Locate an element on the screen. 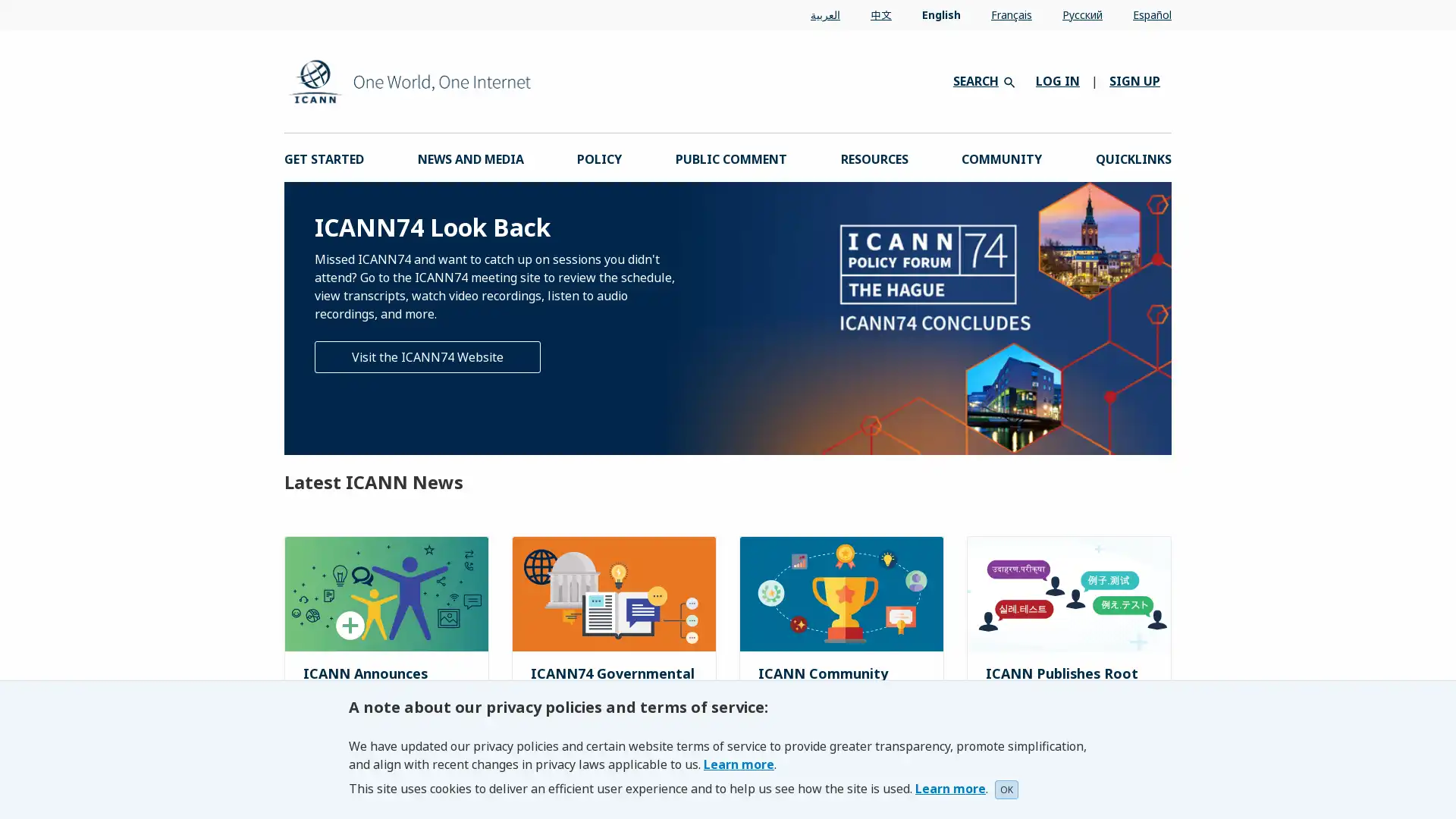 This screenshot has height=819, width=1456. QUICKLINKS is located at coordinates (1132, 158).